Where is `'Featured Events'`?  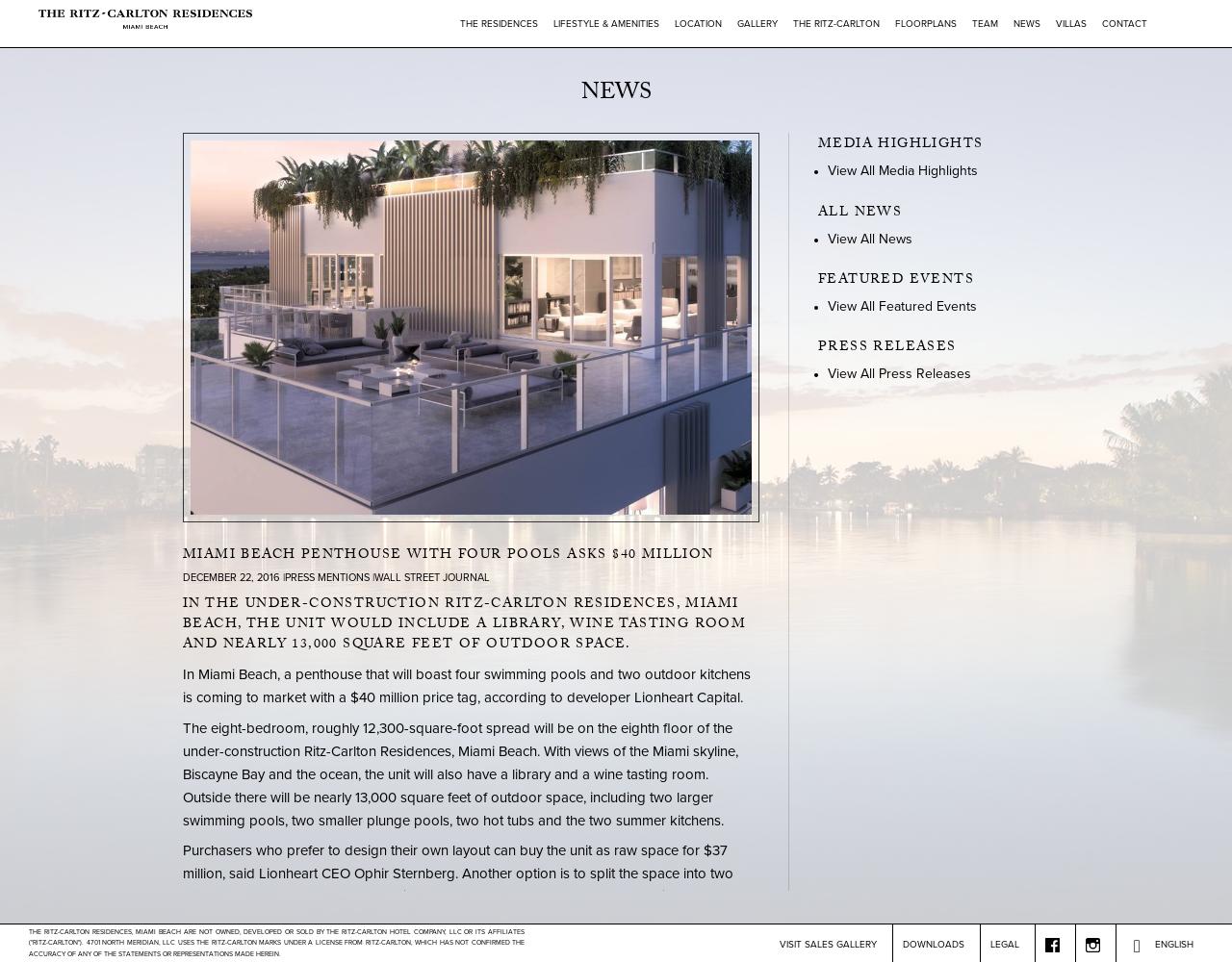
'Featured Events' is located at coordinates (894, 280).